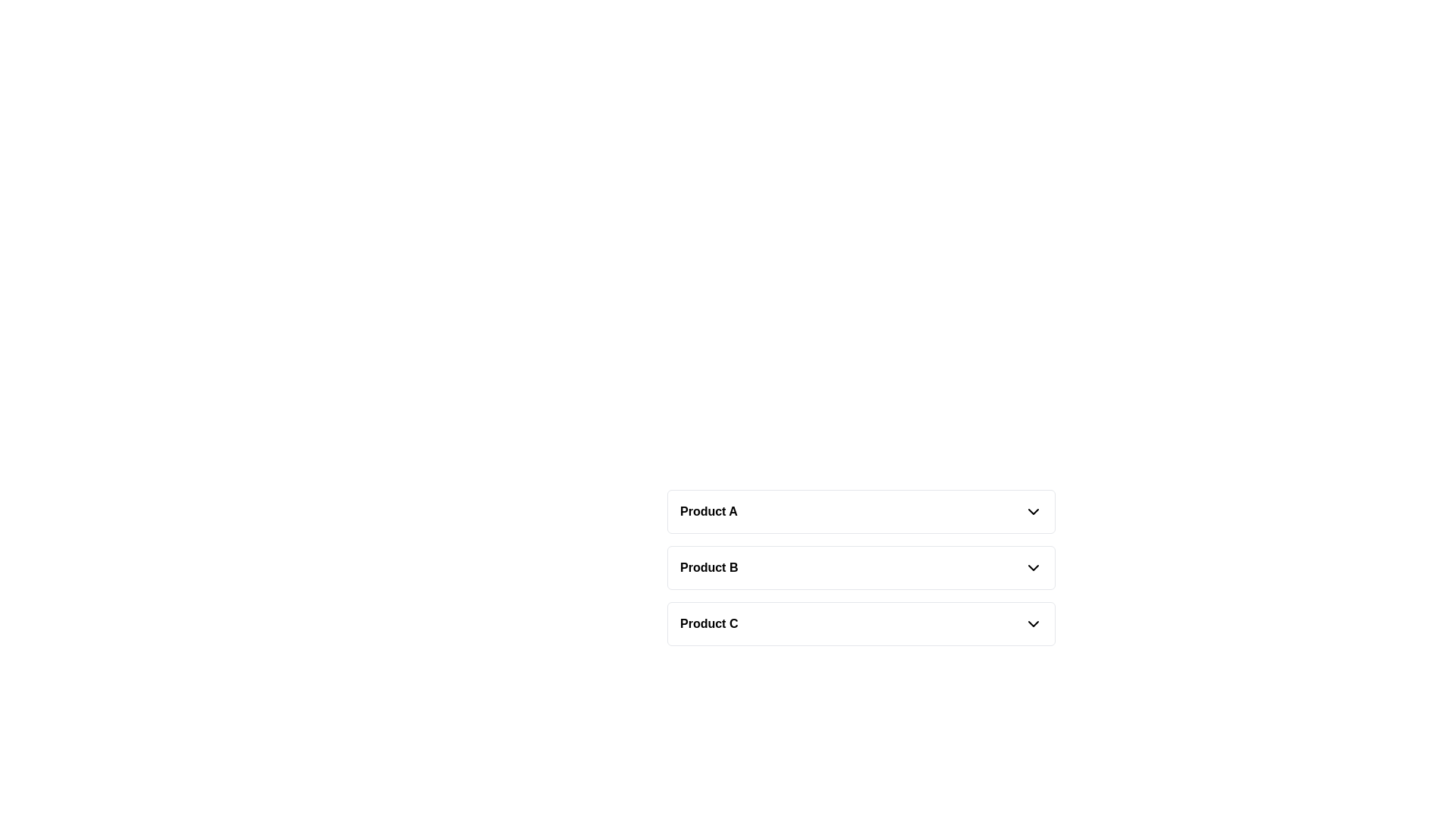 The image size is (1456, 819). What do you see at coordinates (861, 567) in the screenshot?
I see `the 'Product B' dropdown menu item, which is the second item in the list` at bounding box center [861, 567].